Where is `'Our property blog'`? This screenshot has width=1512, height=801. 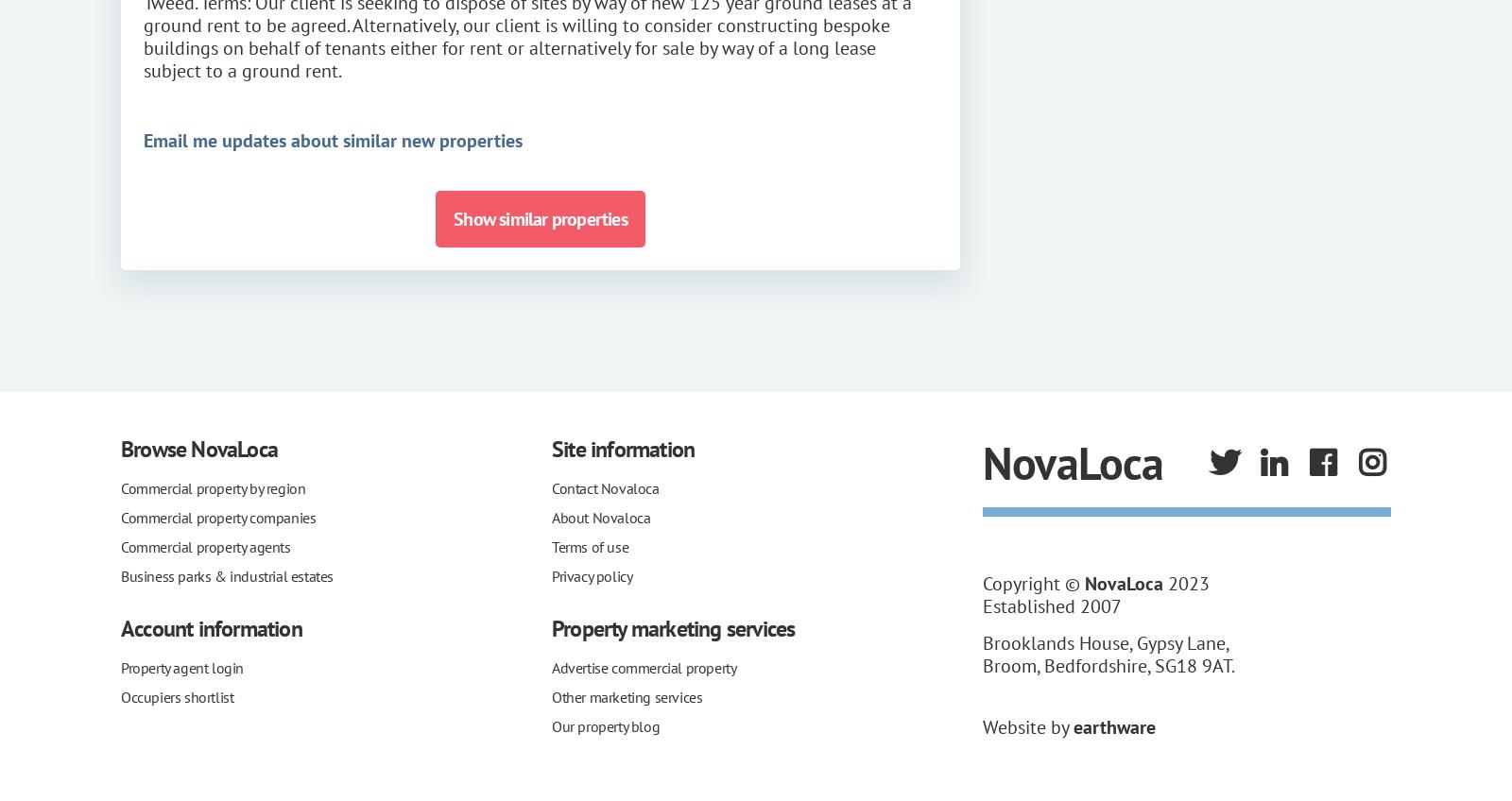 'Our property blog' is located at coordinates (605, 724).